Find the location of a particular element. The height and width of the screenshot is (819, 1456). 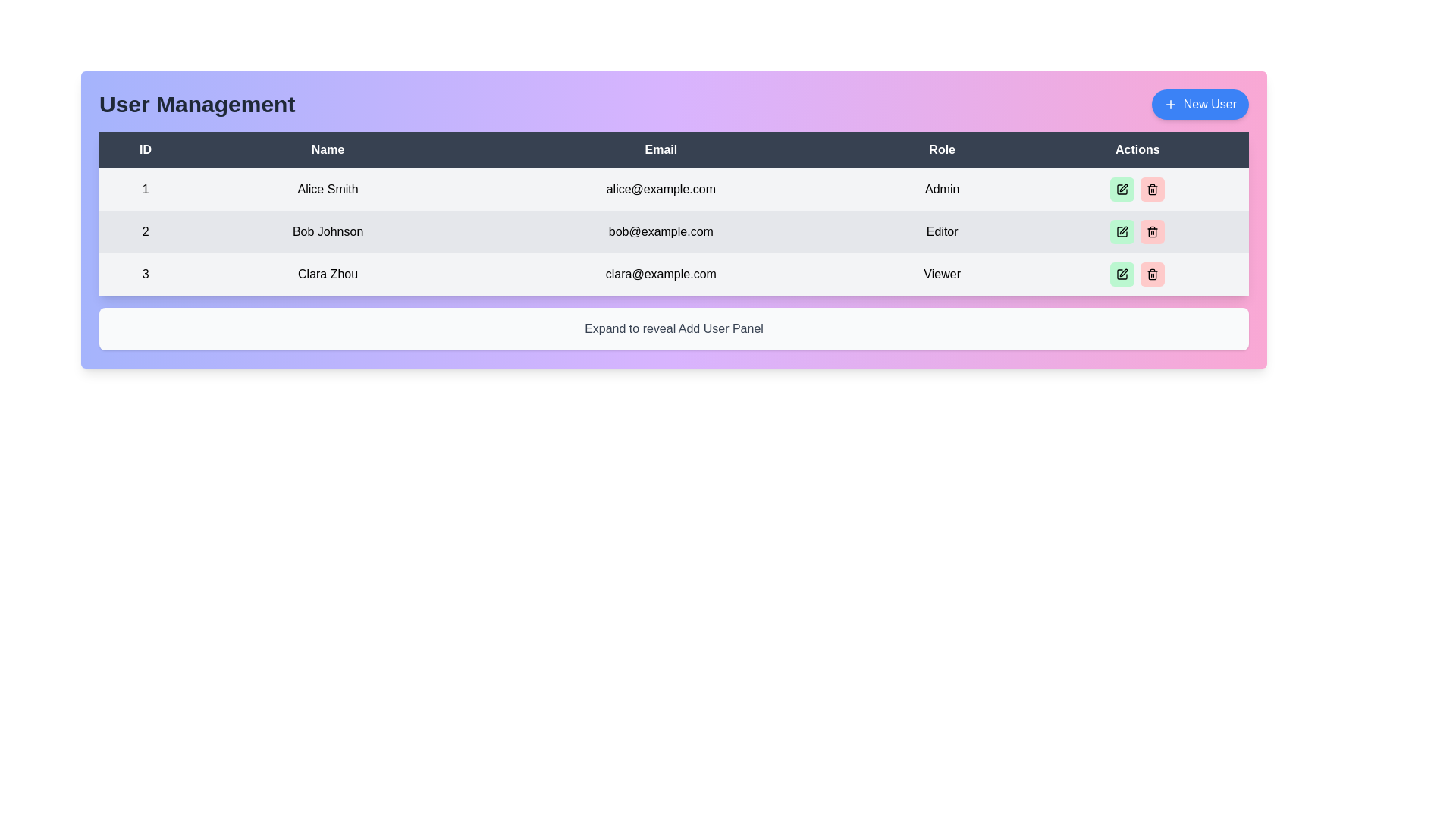

the 'Add User' button located at the top-right corner of the interface, next to the 'User Management' title is located at coordinates (1199, 104).